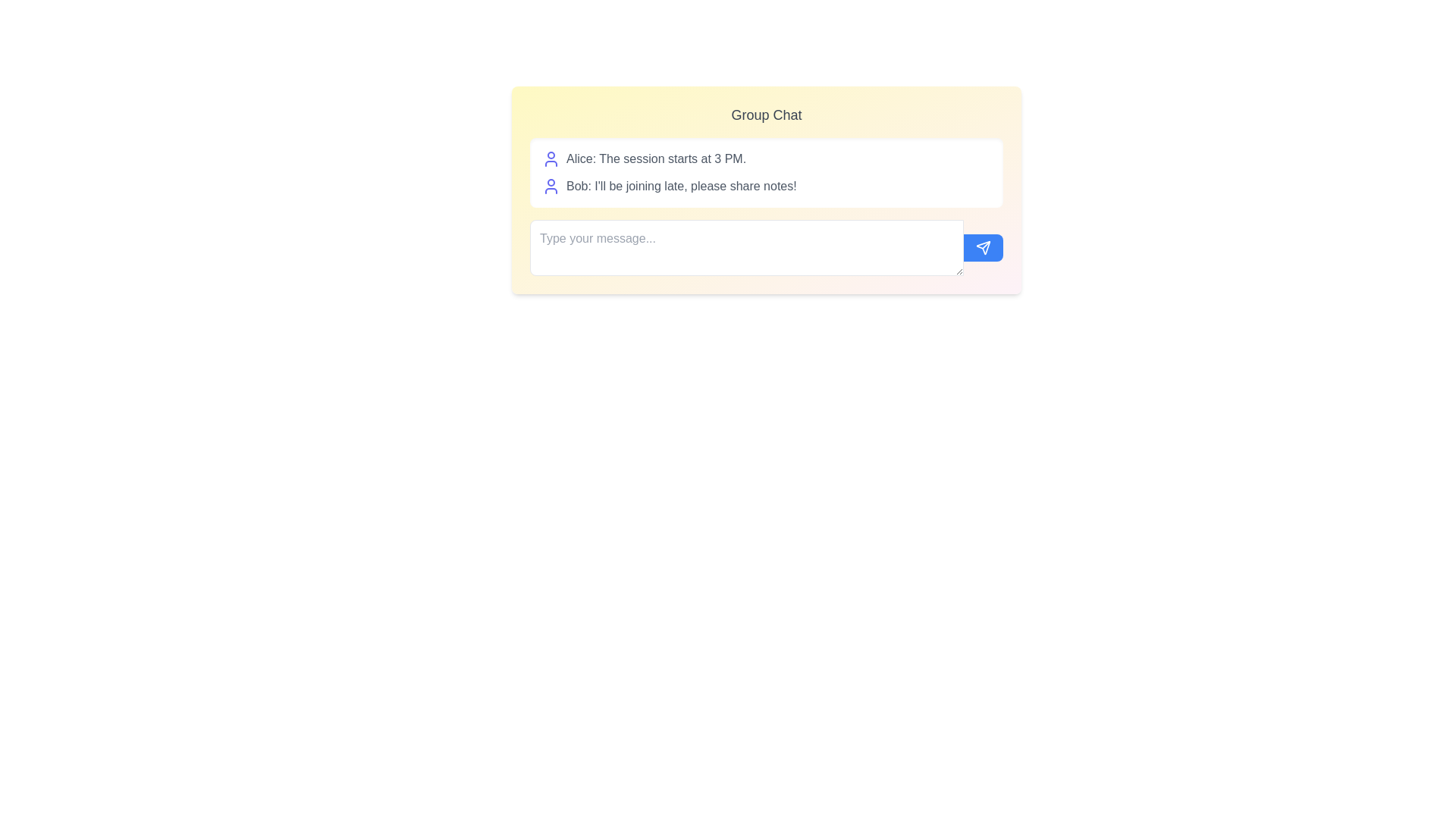 This screenshot has width=1456, height=819. What do you see at coordinates (550, 186) in the screenshot?
I see `the indigo circular avatar icon with a human silhouette` at bounding box center [550, 186].